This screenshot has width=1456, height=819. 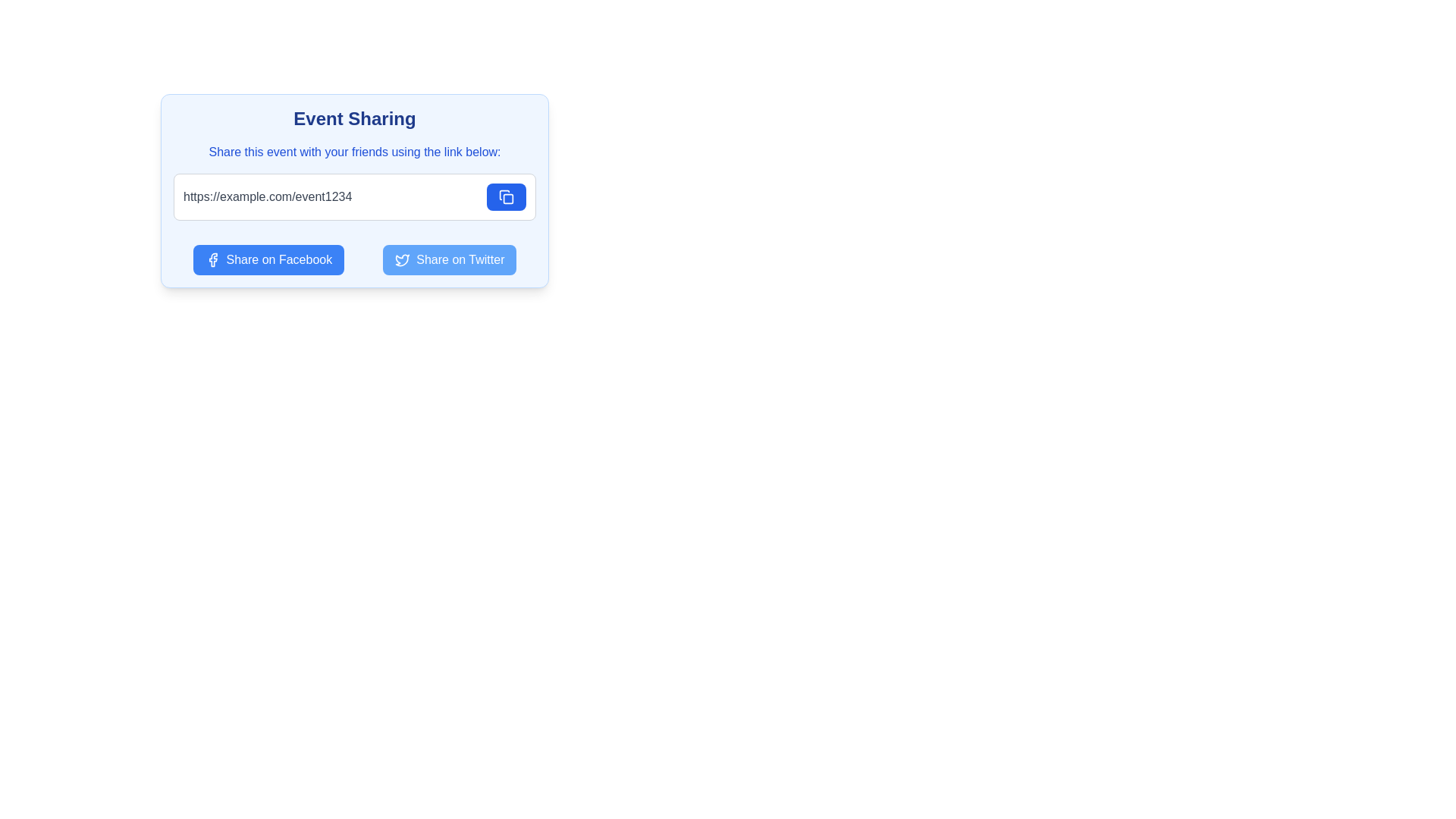 I want to click on the 'Share on Twitter' button which has a blue background and white text, so click(x=449, y=259).